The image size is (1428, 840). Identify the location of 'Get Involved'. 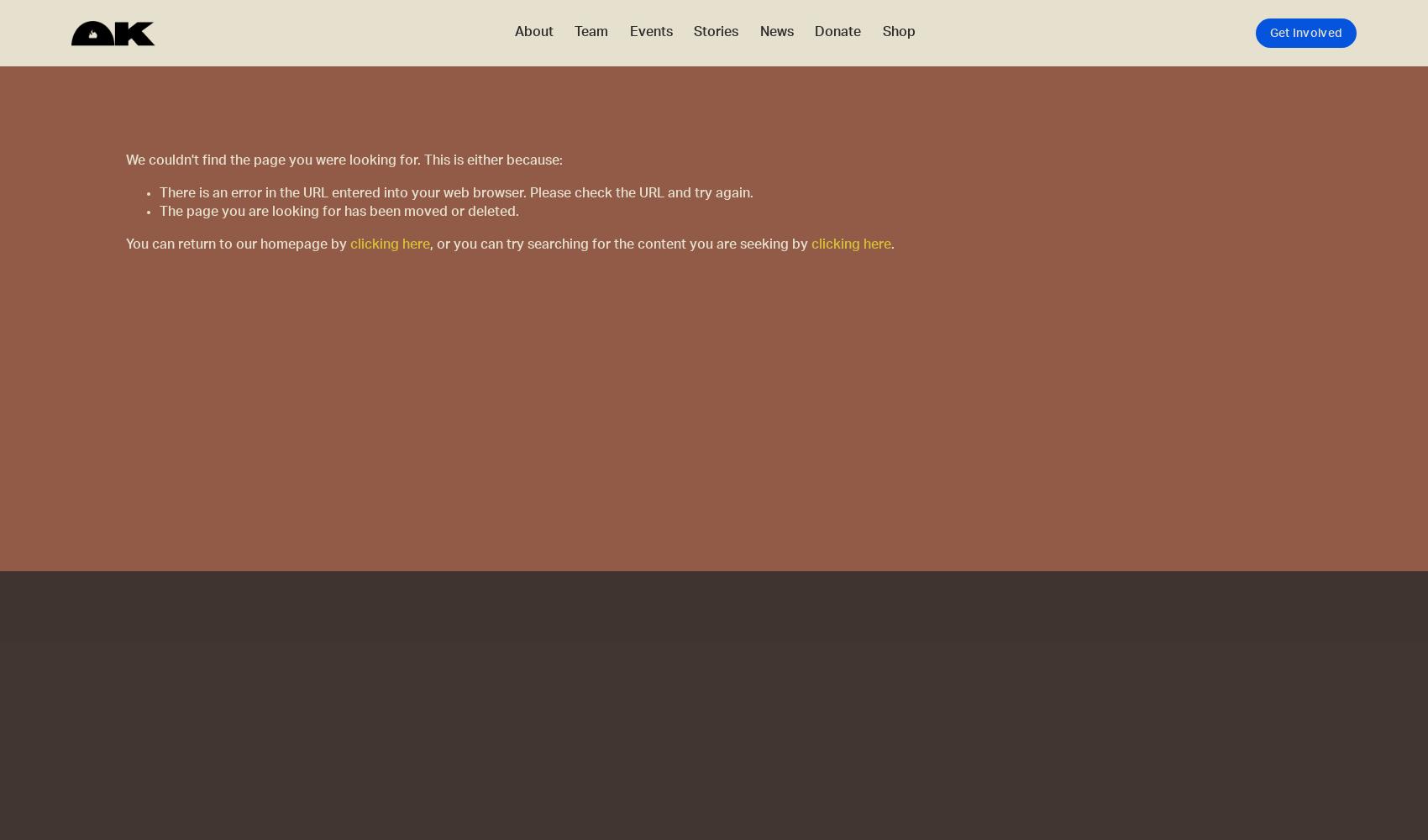
(1305, 33).